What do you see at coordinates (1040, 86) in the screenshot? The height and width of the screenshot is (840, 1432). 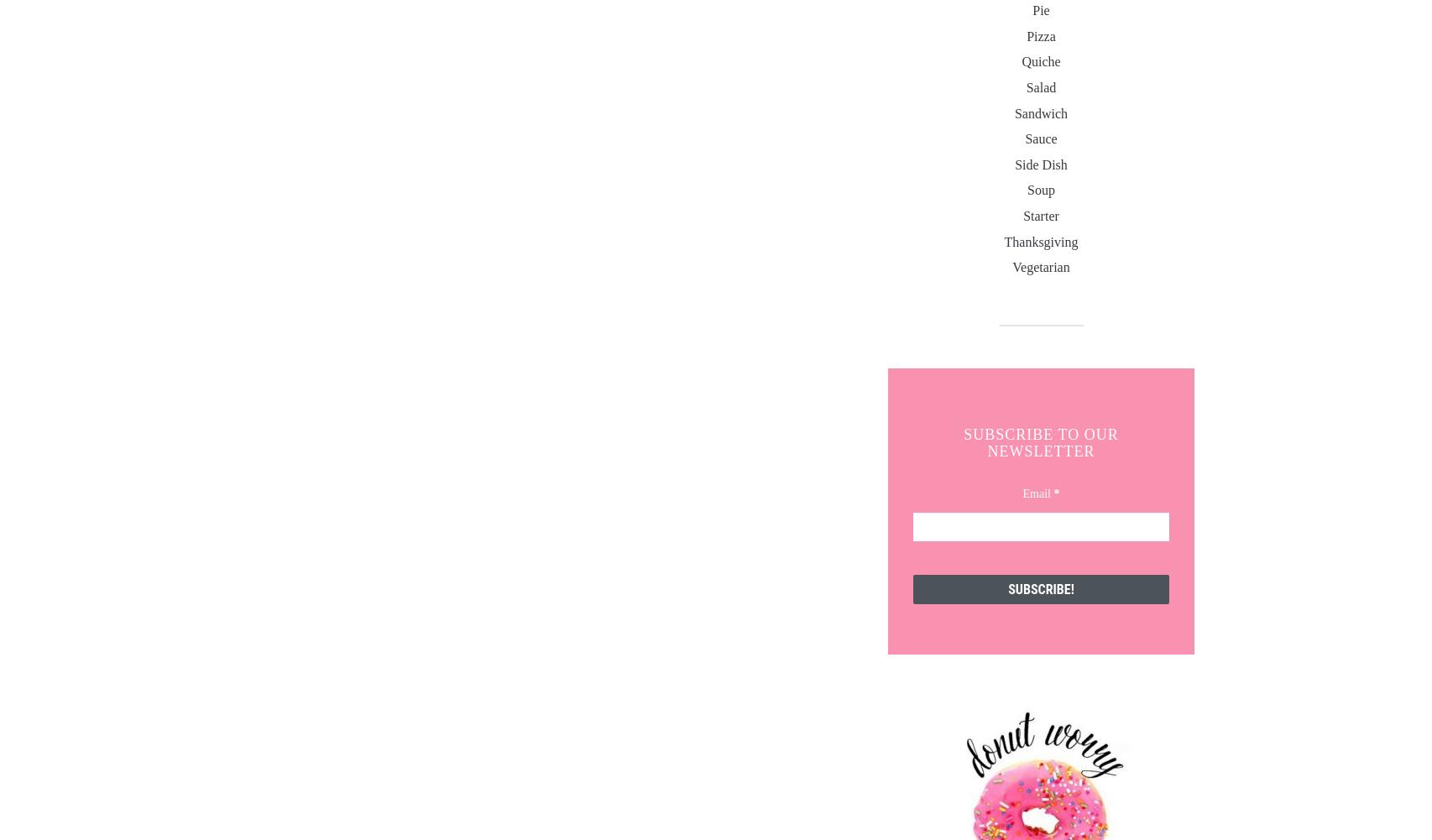 I see `'salad'` at bounding box center [1040, 86].